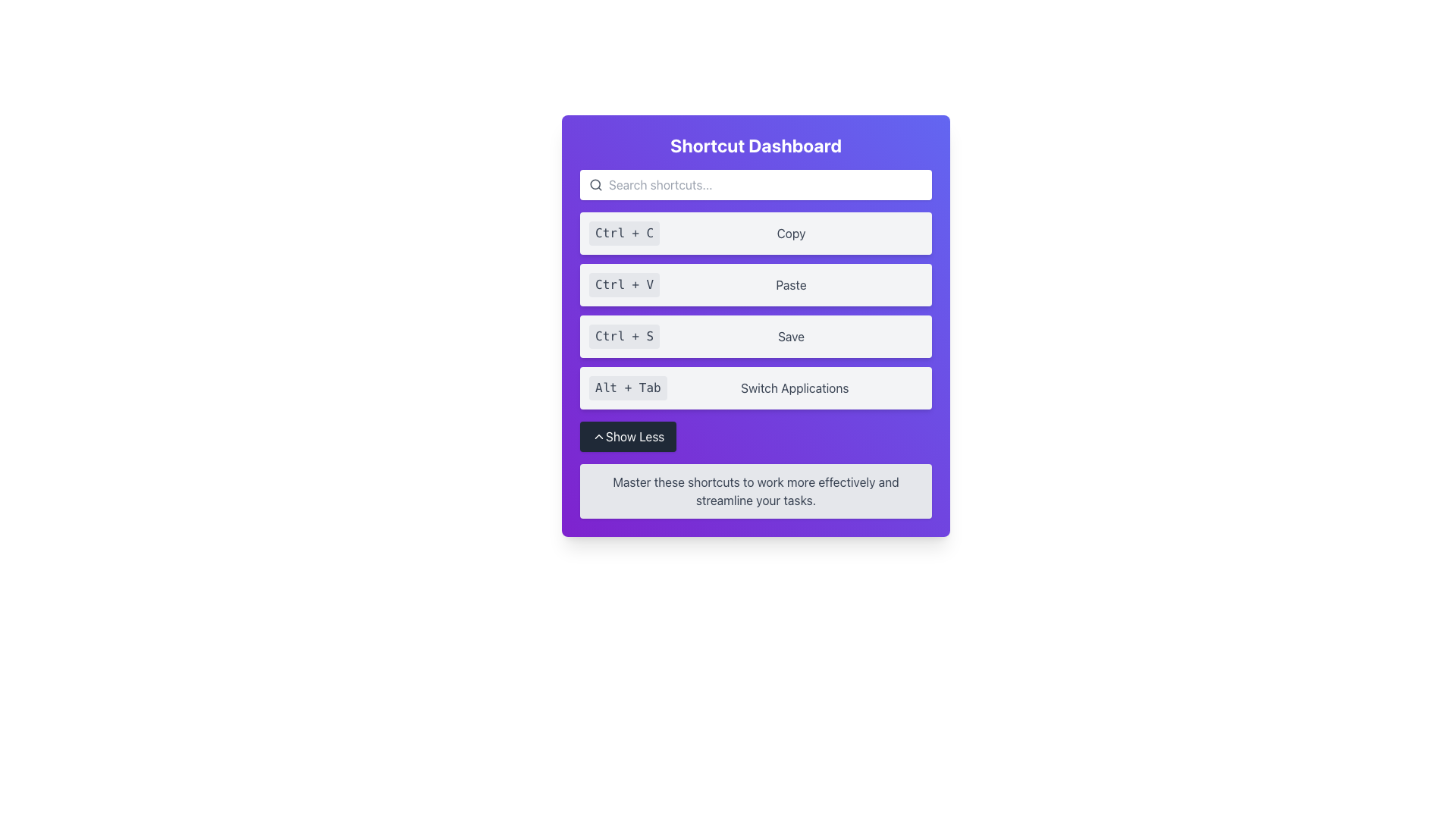 The image size is (1456, 819). I want to click on the upward action icon located on the left side of the 'Show Less' button, so click(598, 436).